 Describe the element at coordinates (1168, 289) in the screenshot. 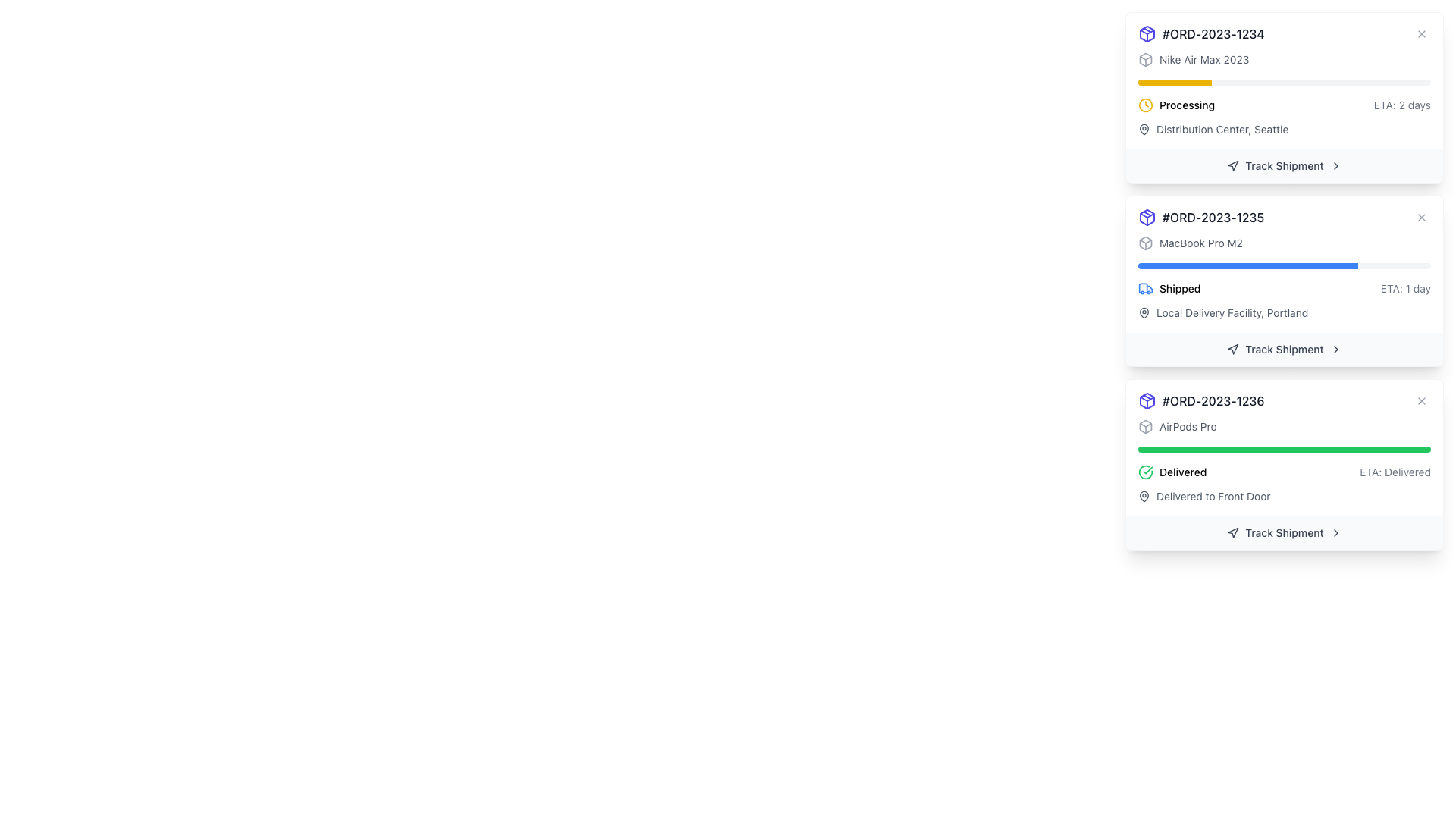

I see `the shipment status indicated by the Status Indicator with Icon and Text located in the second card below the progress bar and aligned to the left` at that location.